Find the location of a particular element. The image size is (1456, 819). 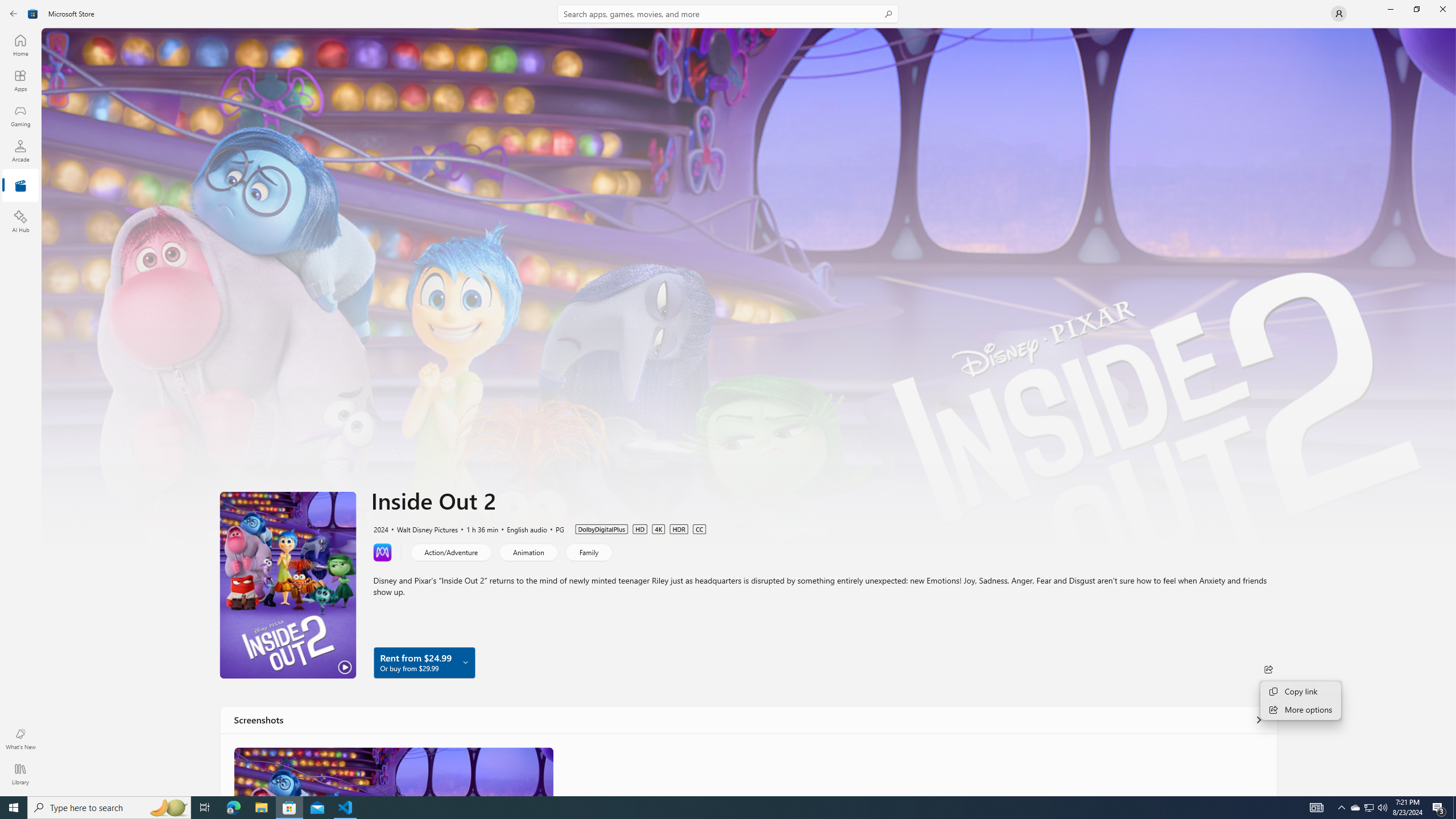

'2024' is located at coordinates (380, 528).